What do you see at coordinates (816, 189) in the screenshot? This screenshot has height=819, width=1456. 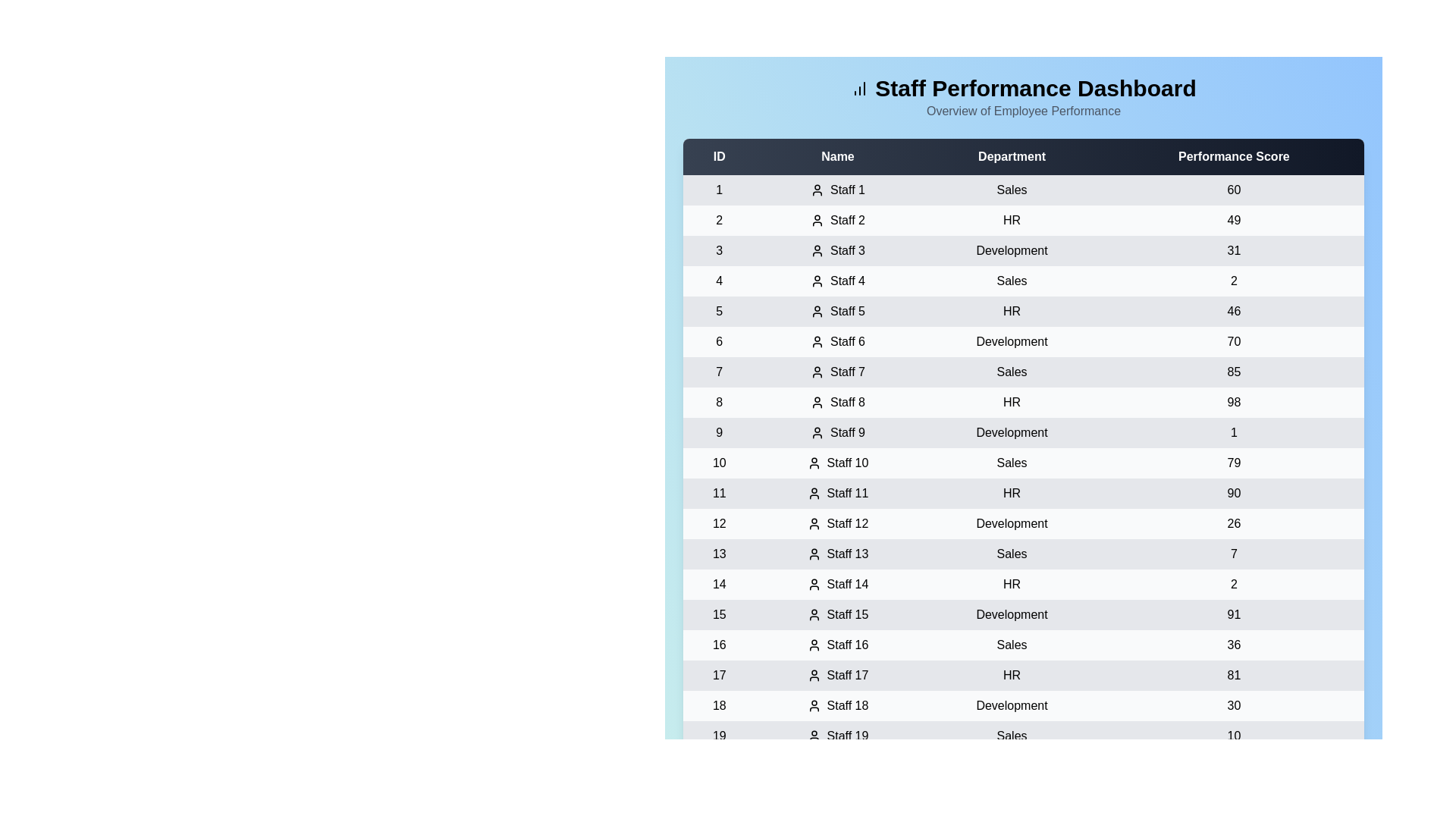 I see `the user icon next to the staff name to view the user details` at bounding box center [816, 189].